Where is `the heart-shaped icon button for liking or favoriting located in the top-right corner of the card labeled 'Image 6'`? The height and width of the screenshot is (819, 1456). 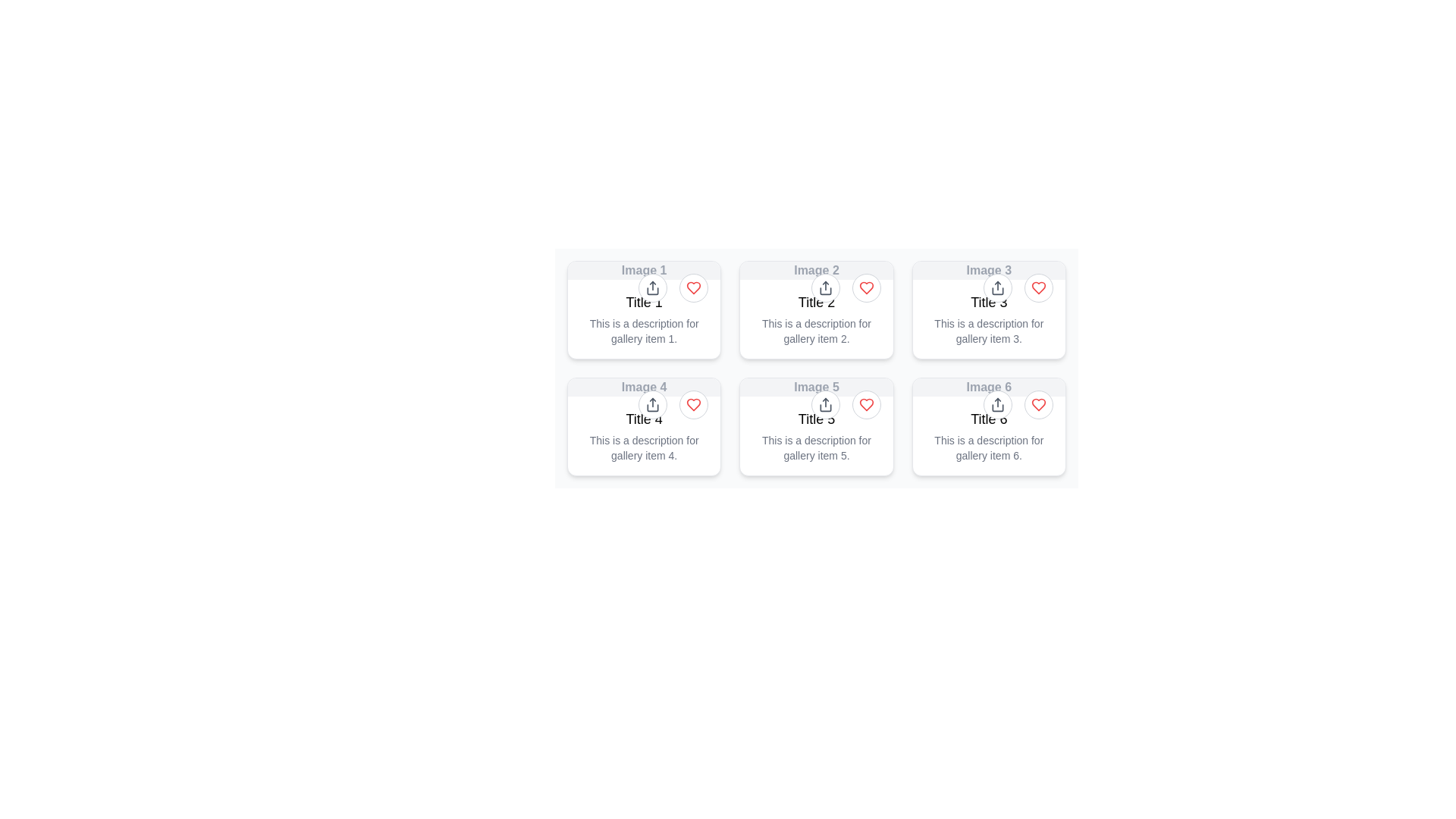
the heart-shaped icon button for liking or favoriting located in the top-right corner of the card labeled 'Image 6' is located at coordinates (1037, 288).